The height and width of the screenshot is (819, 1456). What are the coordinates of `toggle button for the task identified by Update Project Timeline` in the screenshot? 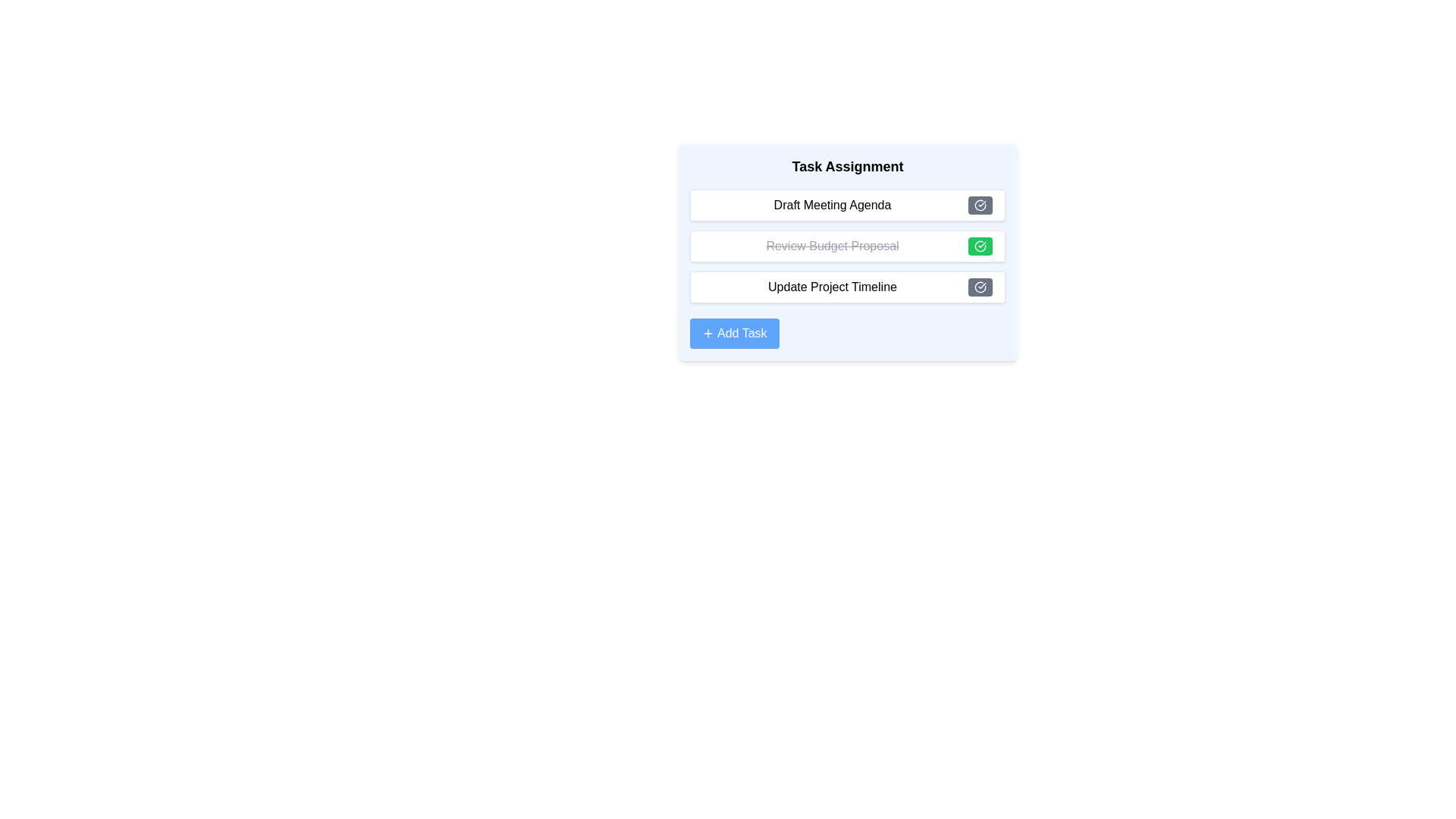 It's located at (980, 287).